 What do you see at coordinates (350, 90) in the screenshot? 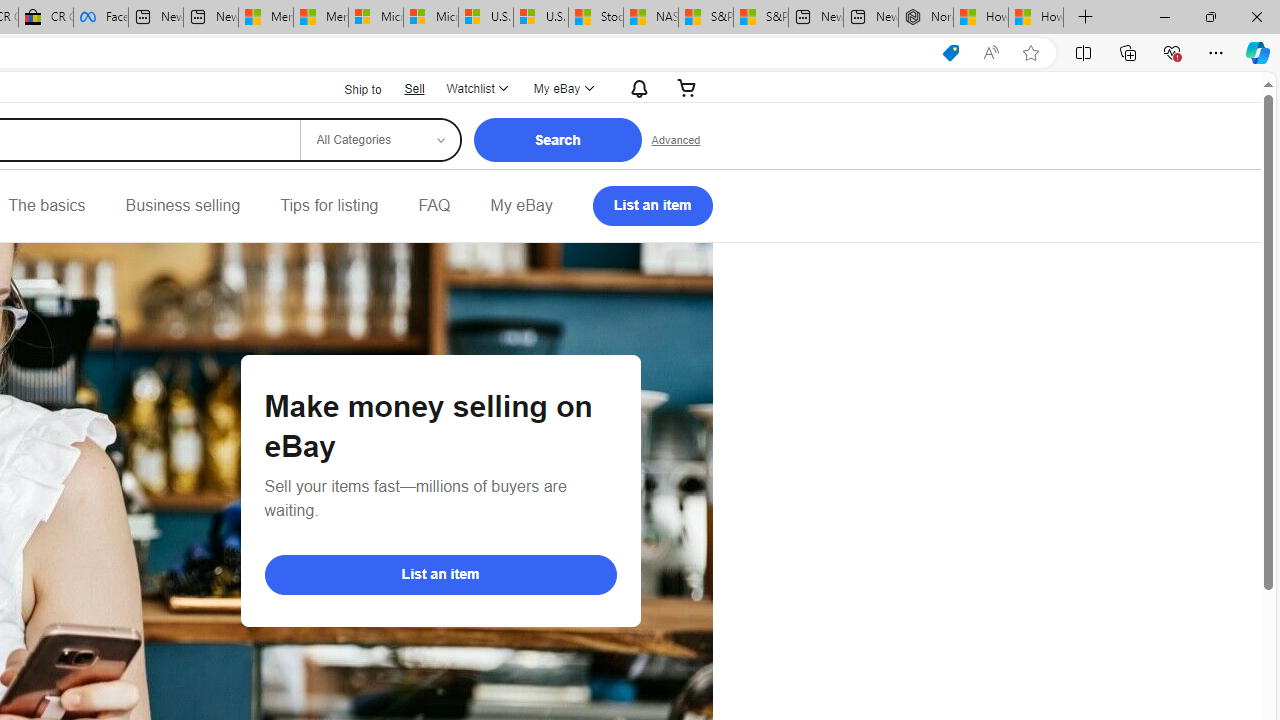
I see `'Ship to'` at bounding box center [350, 90].